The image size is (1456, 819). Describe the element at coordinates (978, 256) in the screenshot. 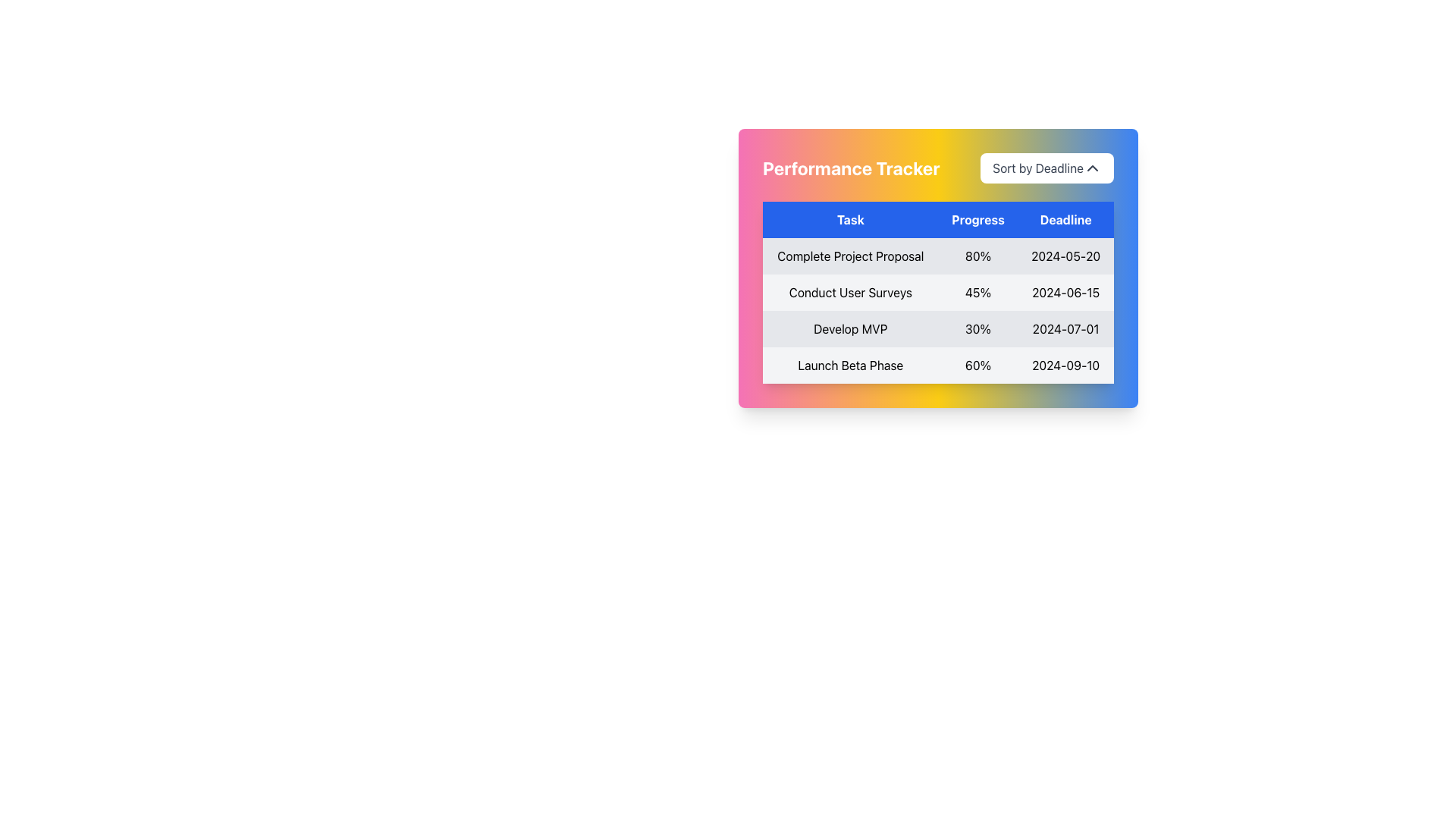

I see `the progress percentage text label for the task 'Complete Project Proposal' located in the second column of the first row under the 'Progress' header in the 'Performance Tracker' table` at that location.